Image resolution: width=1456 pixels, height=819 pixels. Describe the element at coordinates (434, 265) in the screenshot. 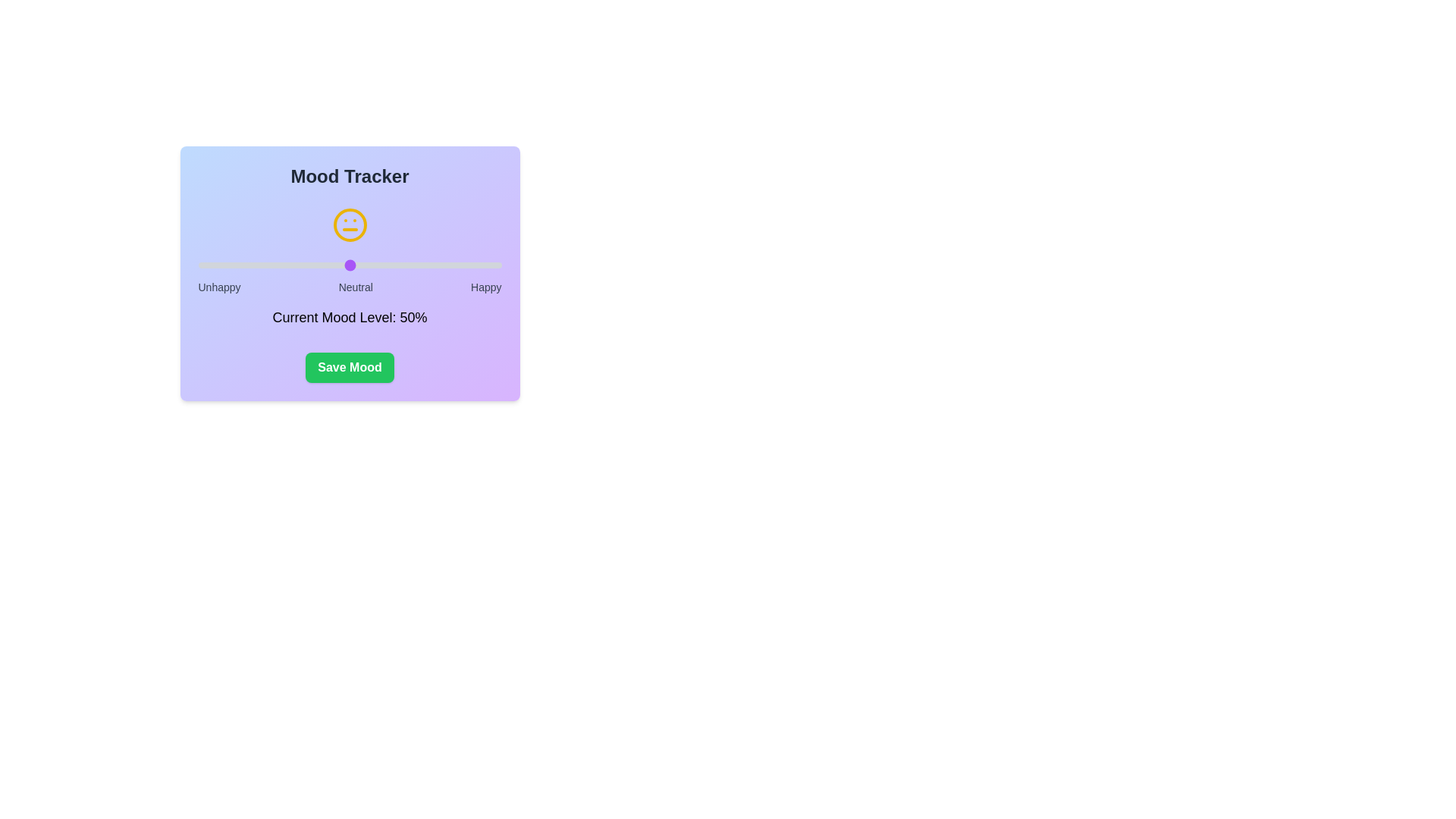

I see `the mood level to 78% using the slider` at that location.